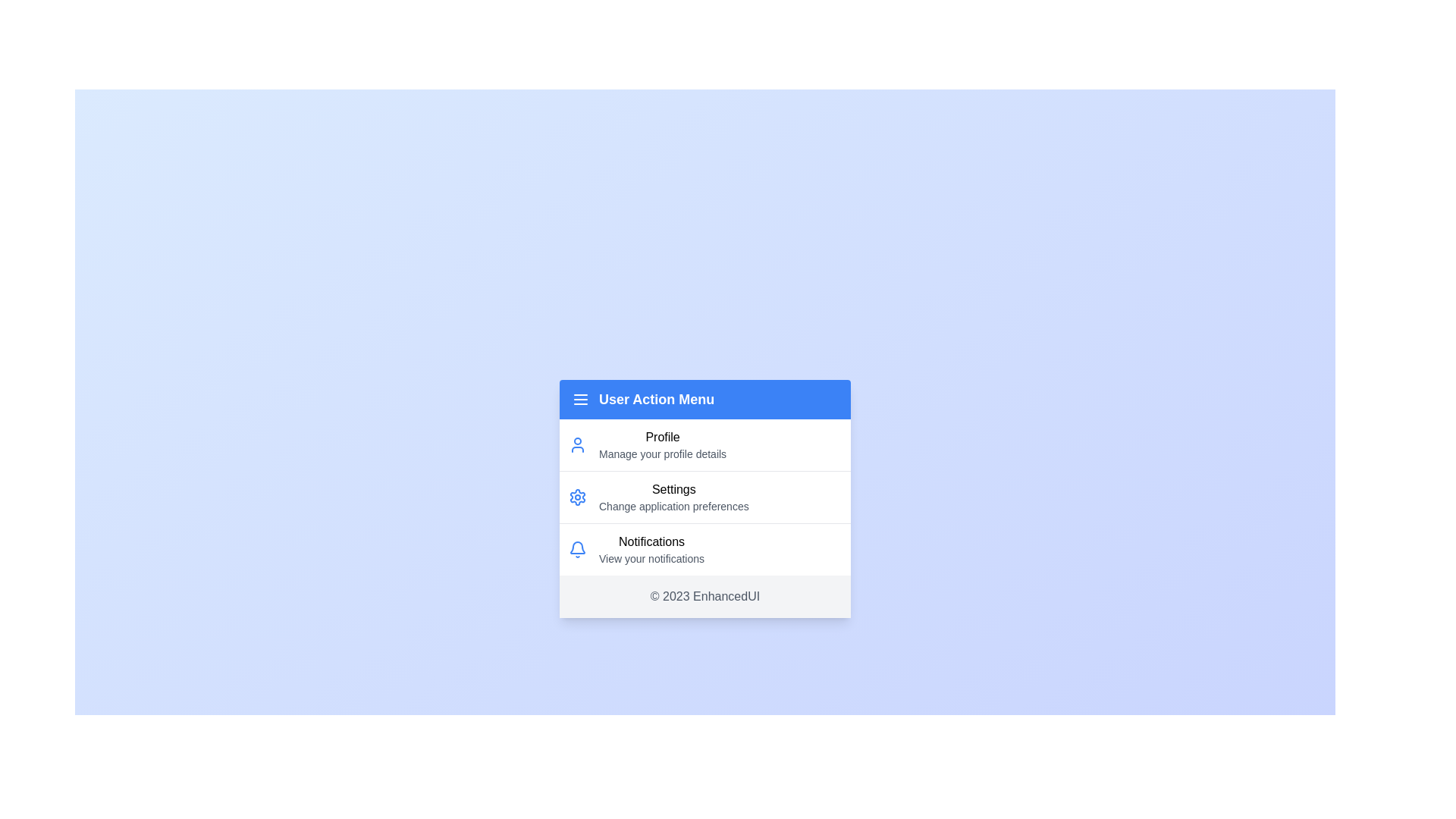 The height and width of the screenshot is (819, 1456). I want to click on the menu item Notifications, so click(704, 549).